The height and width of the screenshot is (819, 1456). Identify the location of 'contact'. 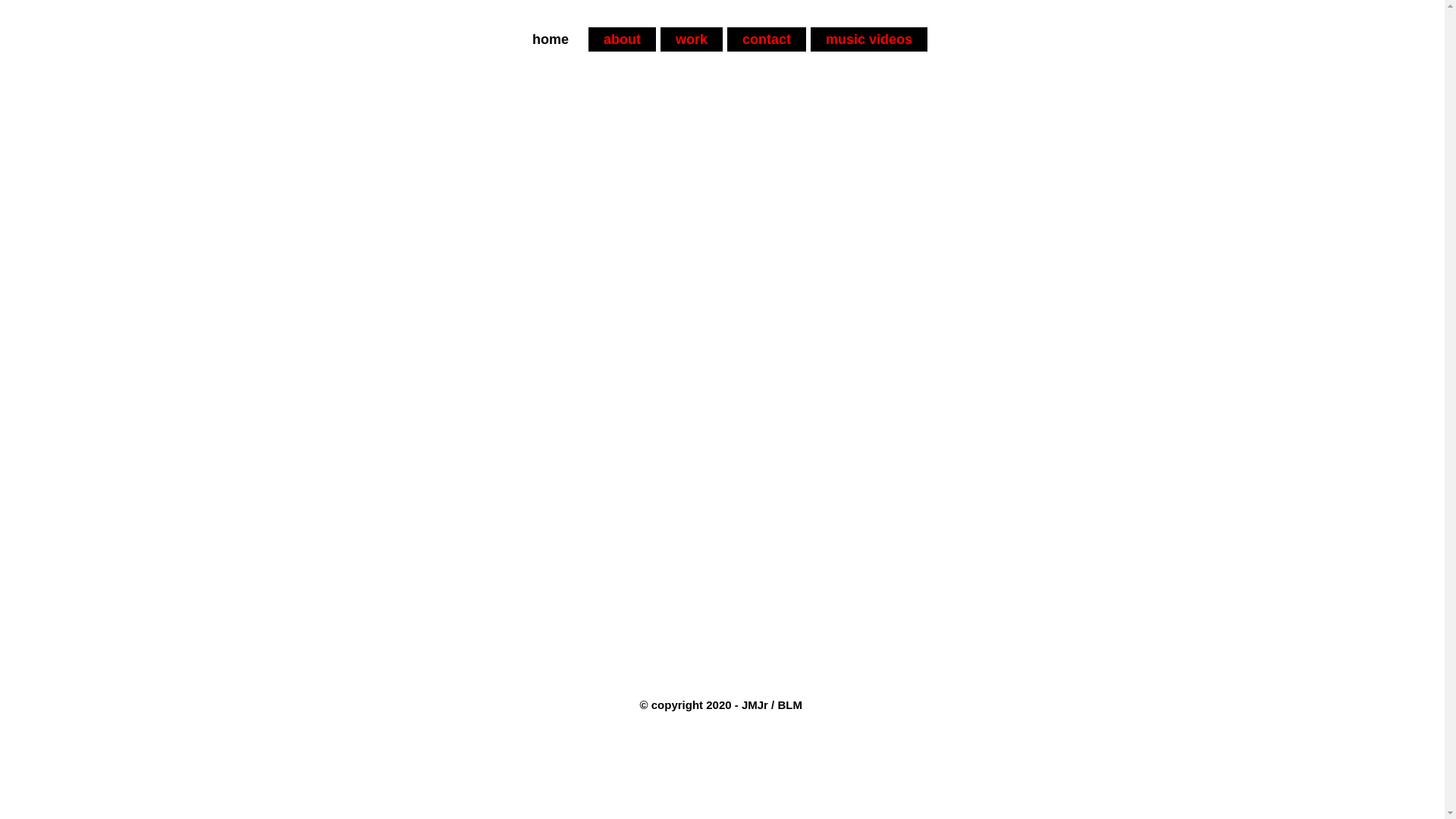
(767, 38).